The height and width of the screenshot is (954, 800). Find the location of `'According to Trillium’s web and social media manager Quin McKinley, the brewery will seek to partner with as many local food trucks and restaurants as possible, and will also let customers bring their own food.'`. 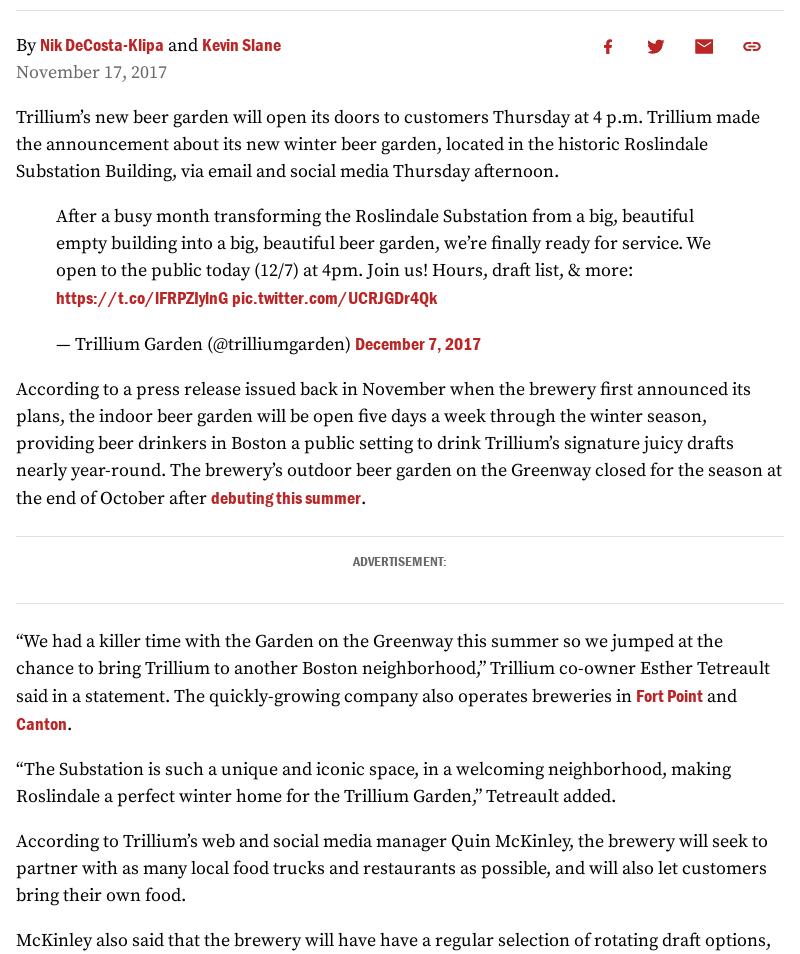

'According to Trillium’s web and social media manager Quin McKinley, the brewery will seek to partner with as many local food trucks and restaurants as possible, and will also let customers bring their own food.' is located at coordinates (391, 868).